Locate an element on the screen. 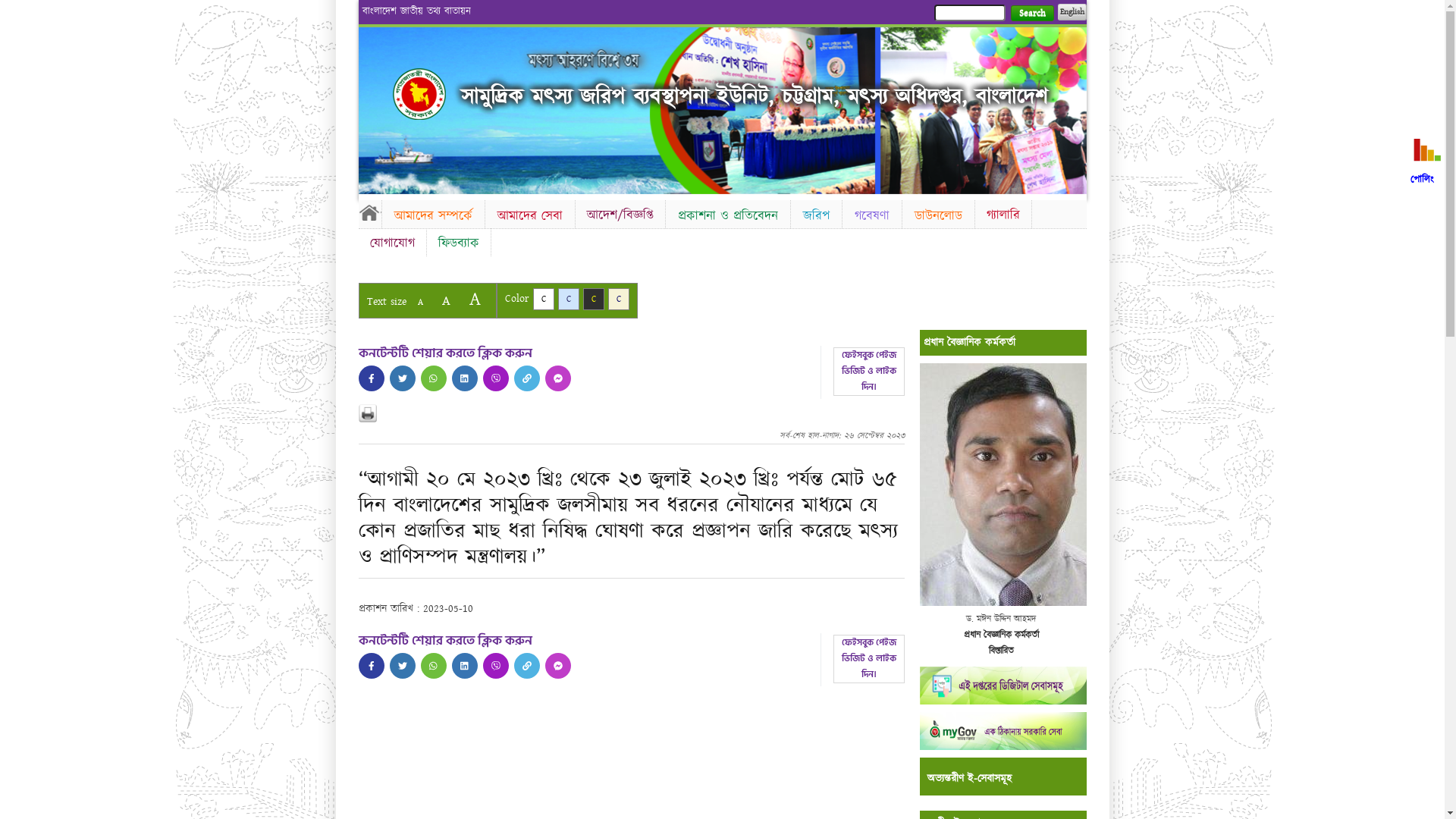  'C' is located at coordinates (532, 299).